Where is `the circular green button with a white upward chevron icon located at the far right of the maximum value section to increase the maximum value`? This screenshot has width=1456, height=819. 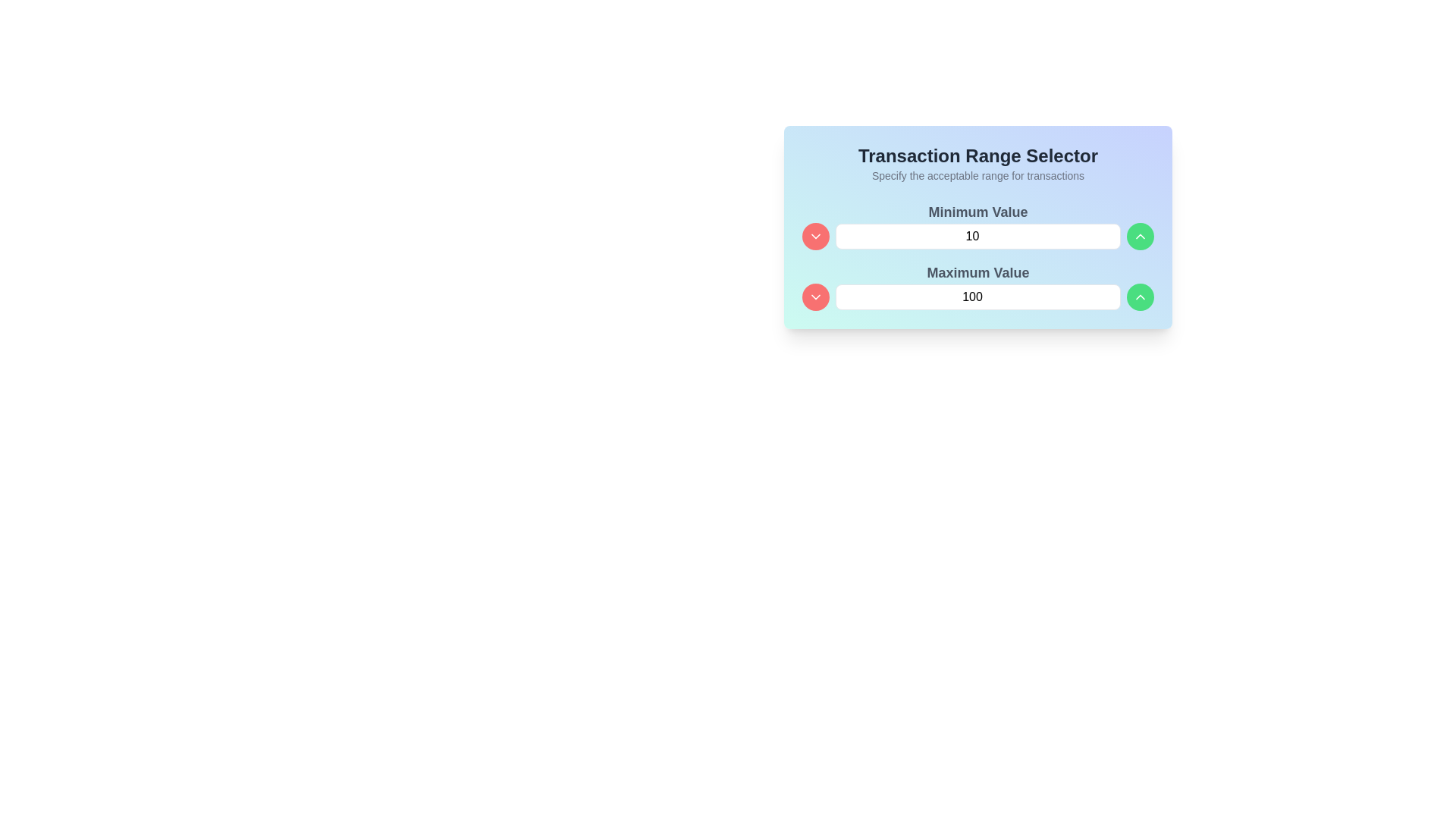 the circular green button with a white upward chevron icon located at the far right of the maximum value section to increase the maximum value is located at coordinates (1140, 237).